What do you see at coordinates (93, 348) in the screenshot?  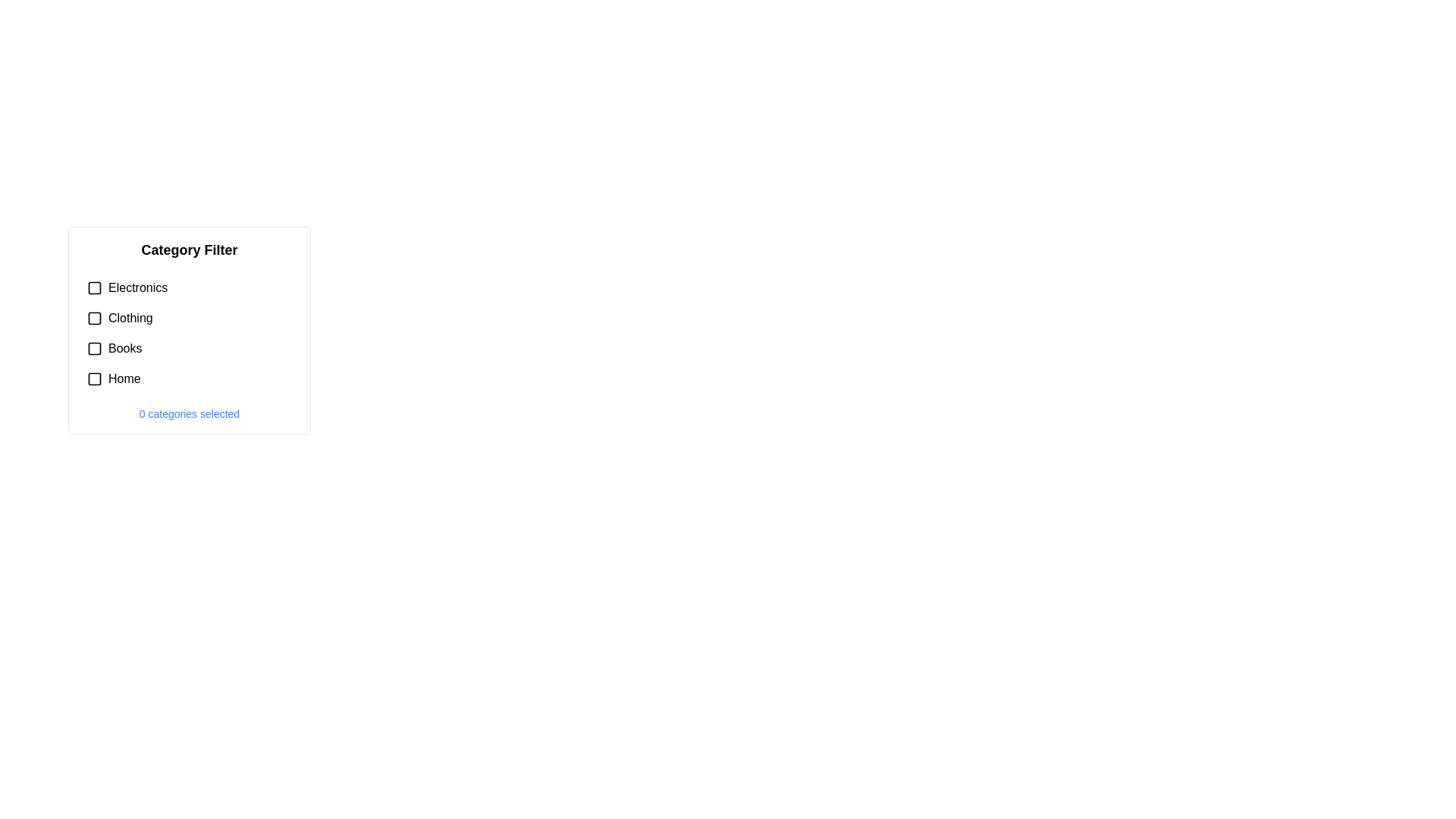 I see `the checkbox for the 'Books' category located in the 'Category Filter' panel to get more information` at bounding box center [93, 348].